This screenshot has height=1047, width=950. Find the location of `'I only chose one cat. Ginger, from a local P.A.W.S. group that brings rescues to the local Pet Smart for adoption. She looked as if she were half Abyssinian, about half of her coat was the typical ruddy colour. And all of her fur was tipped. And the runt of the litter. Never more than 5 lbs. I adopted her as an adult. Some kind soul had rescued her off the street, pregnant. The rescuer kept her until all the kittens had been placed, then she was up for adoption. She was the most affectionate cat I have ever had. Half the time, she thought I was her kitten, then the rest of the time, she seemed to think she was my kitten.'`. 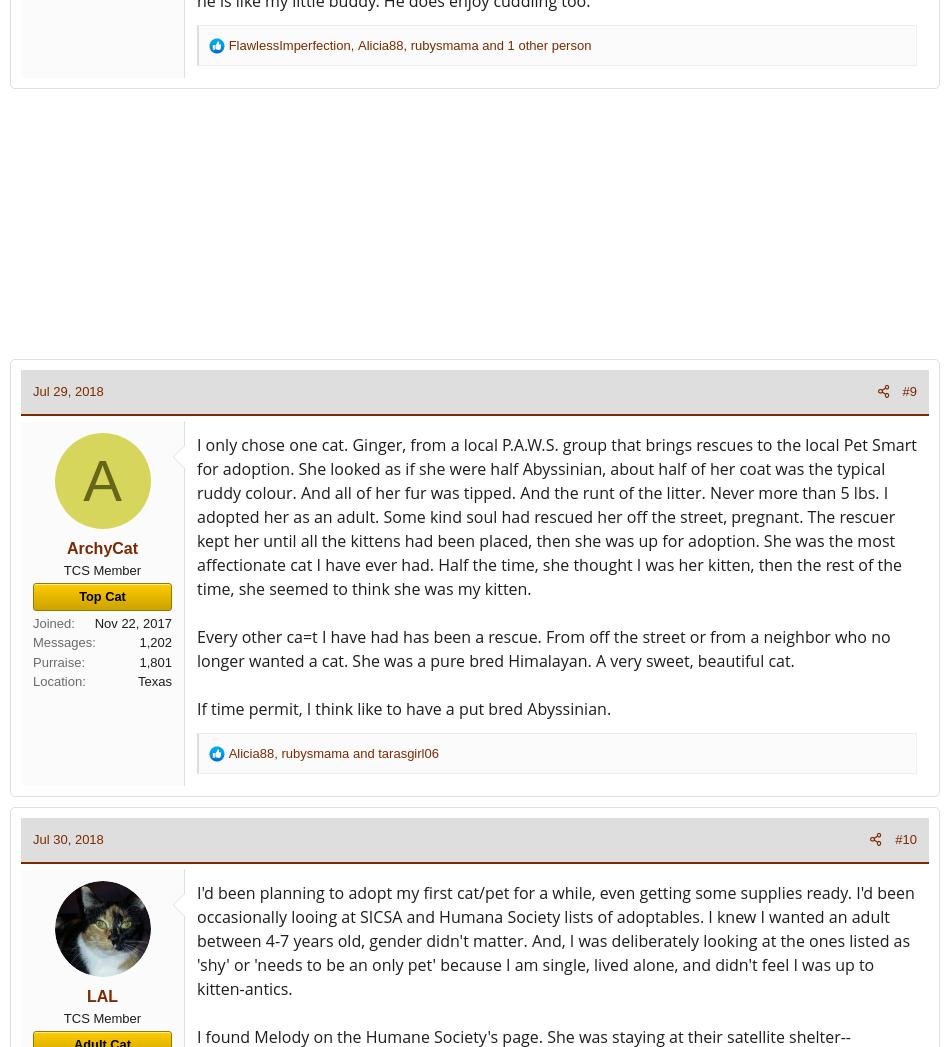

'I only chose one cat. Ginger, from a local P.A.W.S. group that brings rescues to the local Pet Smart for adoption. She looked as if she were half Abyssinian, about half of her coat was the typical ruddy colour. And all of her fur was tipped. And the runt of the litter. Never more than 5 lbs. I adopted her as an adult. Some kind soul had rescued her off the street, pregnant. The rescuer kept her until all the kittens had been placed, then she was up for adoption. She was the most affectionate cat I have ever had. Half the time, she thought I was her kitten, then the rest of the time, she seemed to think she was my kitten.' is located at coordinates (556, 514).